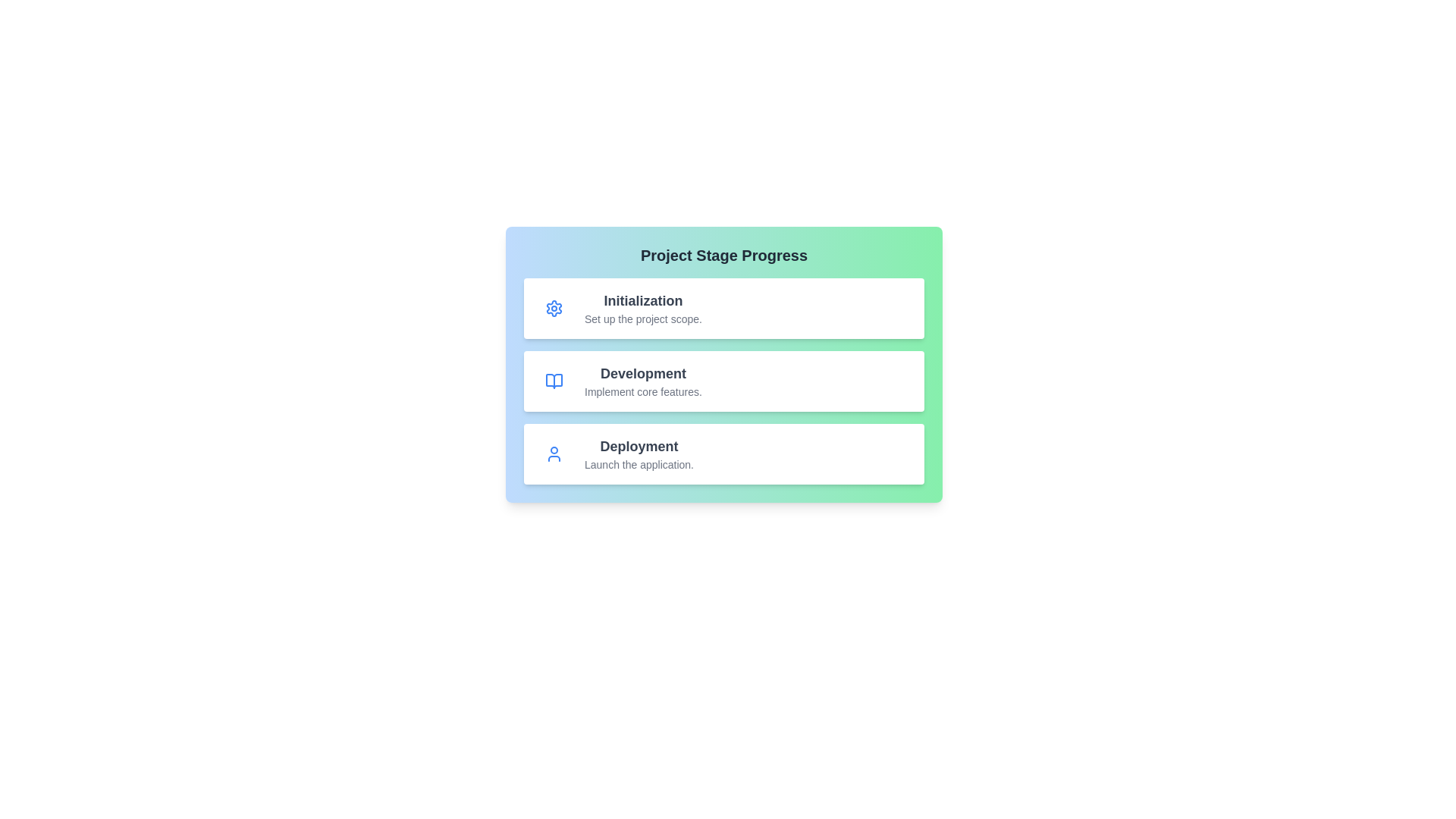 The image size is (1456, 819). Describe the element at coordinates (553, 380) in the screenshot. I see `the 'Development' phase icon in the project stage progress indicator, located at the leftmost position within the 'Development' section, adjacent to the label text 'Development'` at that location.